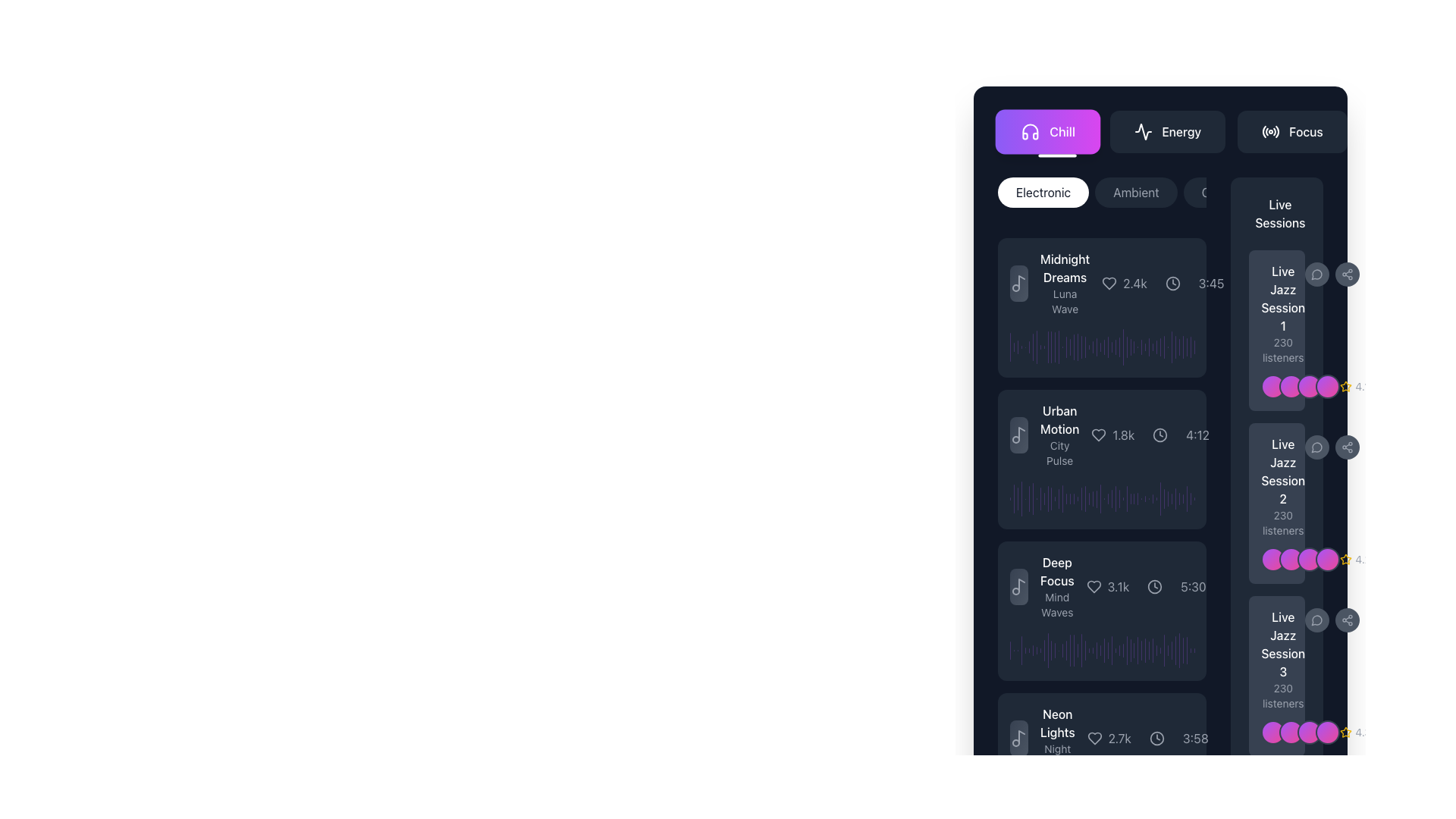 The image size is (1456, 819). Describe the element at coordinates (1102, 610) in the screenshot. I see `the music session card` at that location.